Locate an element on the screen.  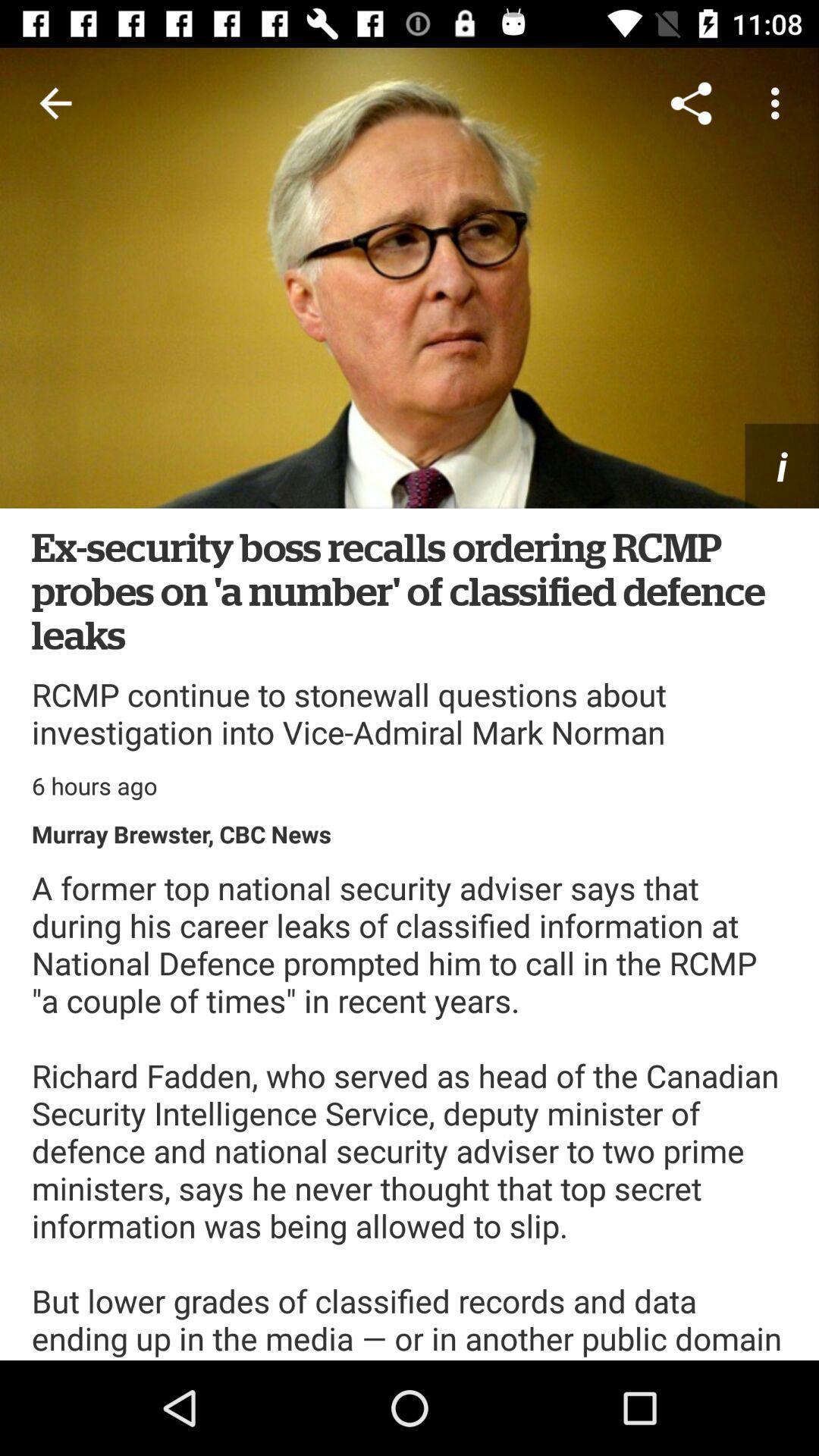
the icon above the ex security boss is located at coordinates (782, 465).